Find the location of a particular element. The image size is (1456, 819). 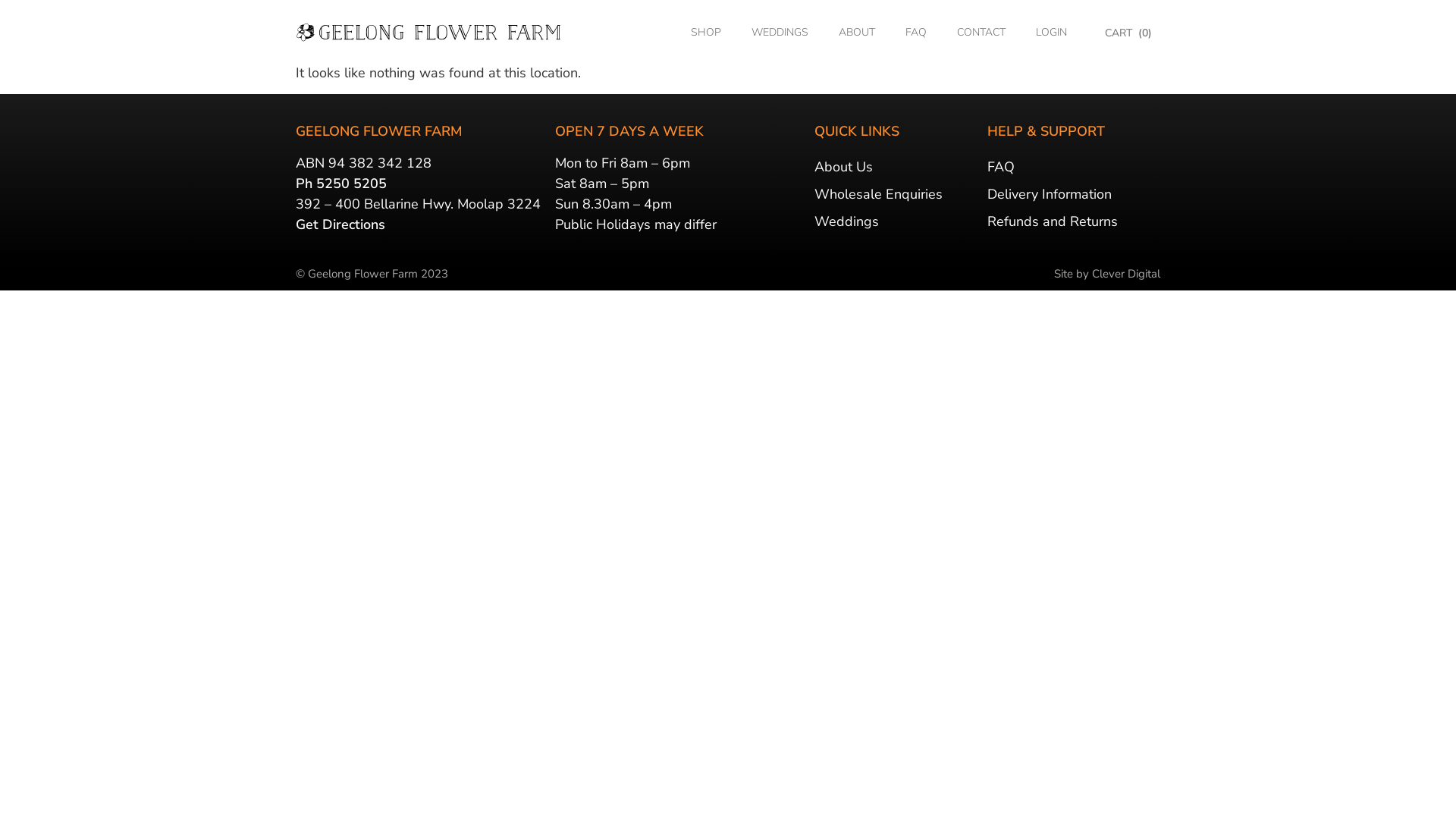

'About Us' is located at coordinates (896, 166).